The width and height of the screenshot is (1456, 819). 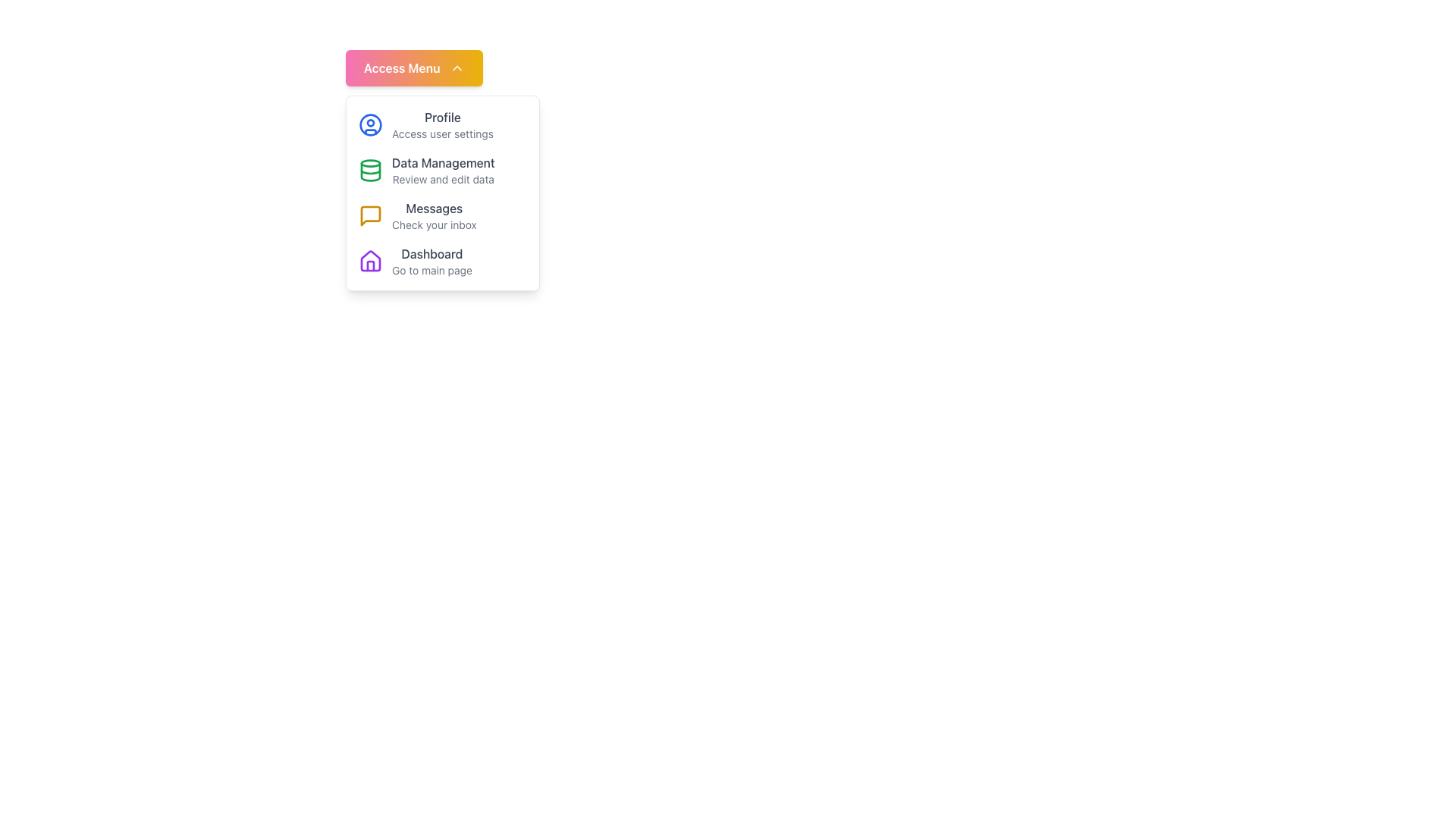 What do you see at coordinates (371, 163) in the screenshot?
I see `the decorative ellipse within the database icon located in the 'Data Management' menu item` at bounding box center [371, 163].